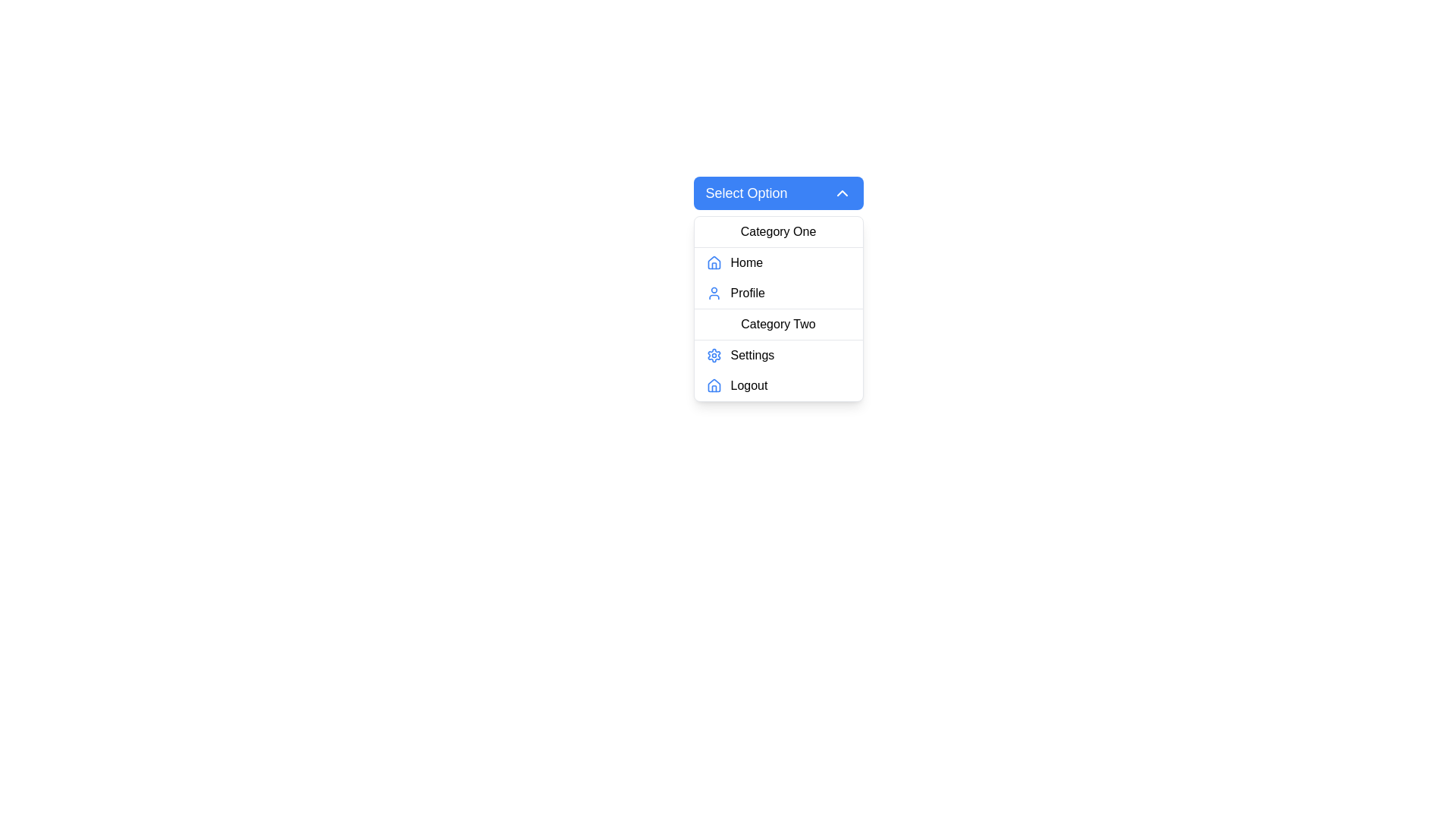  What do you see at coordinates (713, 293) in the screenshot?
I see `the user profile silhouette icon with a blue outline located to the left of the 'Profile' text in the dropdown menu` at bounding box center [713, 293].